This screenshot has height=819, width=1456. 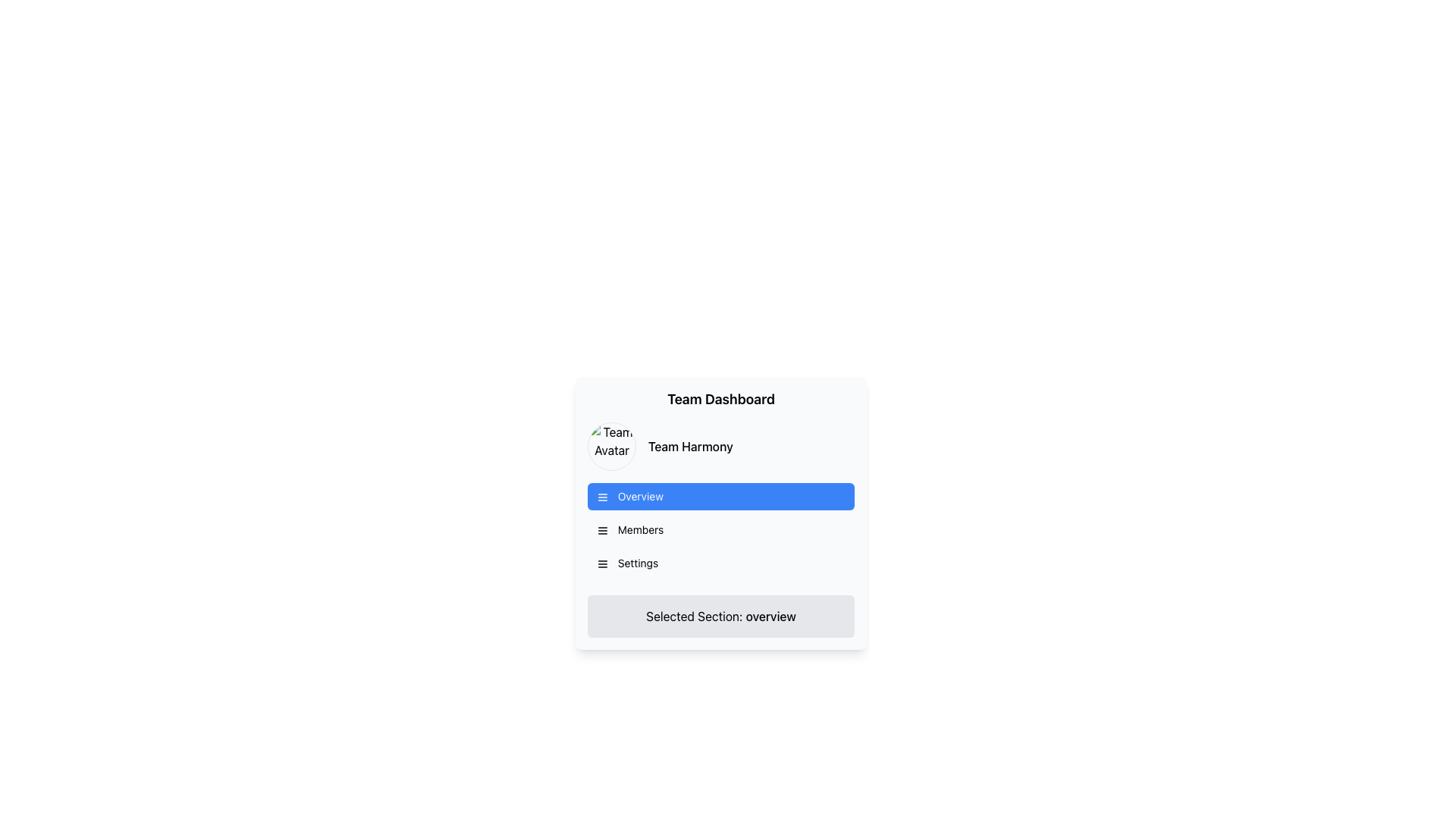 What do you see at coordinates (720, 563) in the screenshot?
I see `the third item in the sidebar navigation list, located between the 'Members' menu item and an empty section` at bounding box center [720, 563].